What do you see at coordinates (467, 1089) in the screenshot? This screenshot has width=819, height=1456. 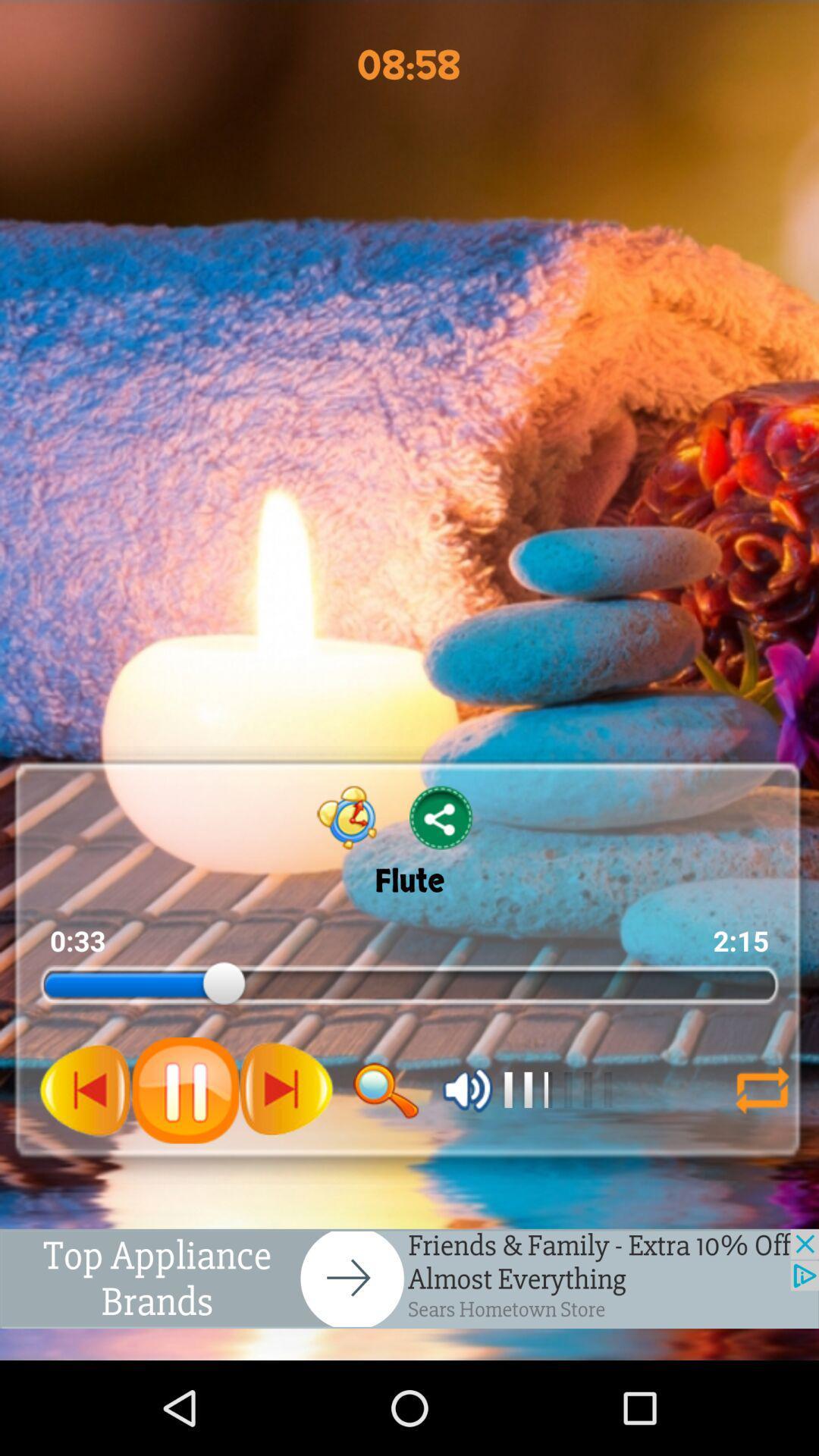 I see `volume` at bounding box center [467, 1089].